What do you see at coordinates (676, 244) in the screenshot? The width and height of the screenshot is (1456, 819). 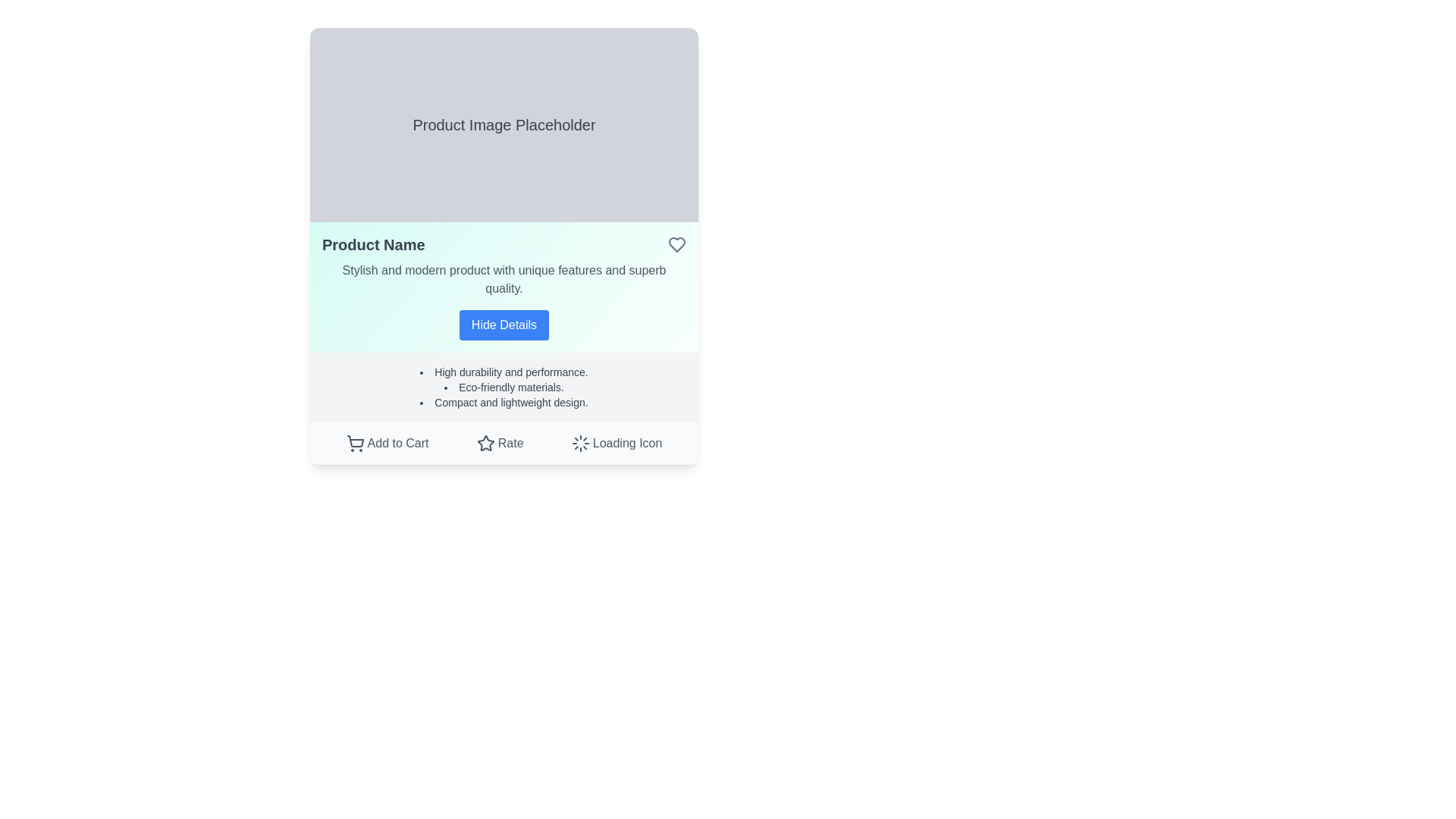 I see `the 'favorite' or 'wishlist' icon located` at bounding box center [676, 244].